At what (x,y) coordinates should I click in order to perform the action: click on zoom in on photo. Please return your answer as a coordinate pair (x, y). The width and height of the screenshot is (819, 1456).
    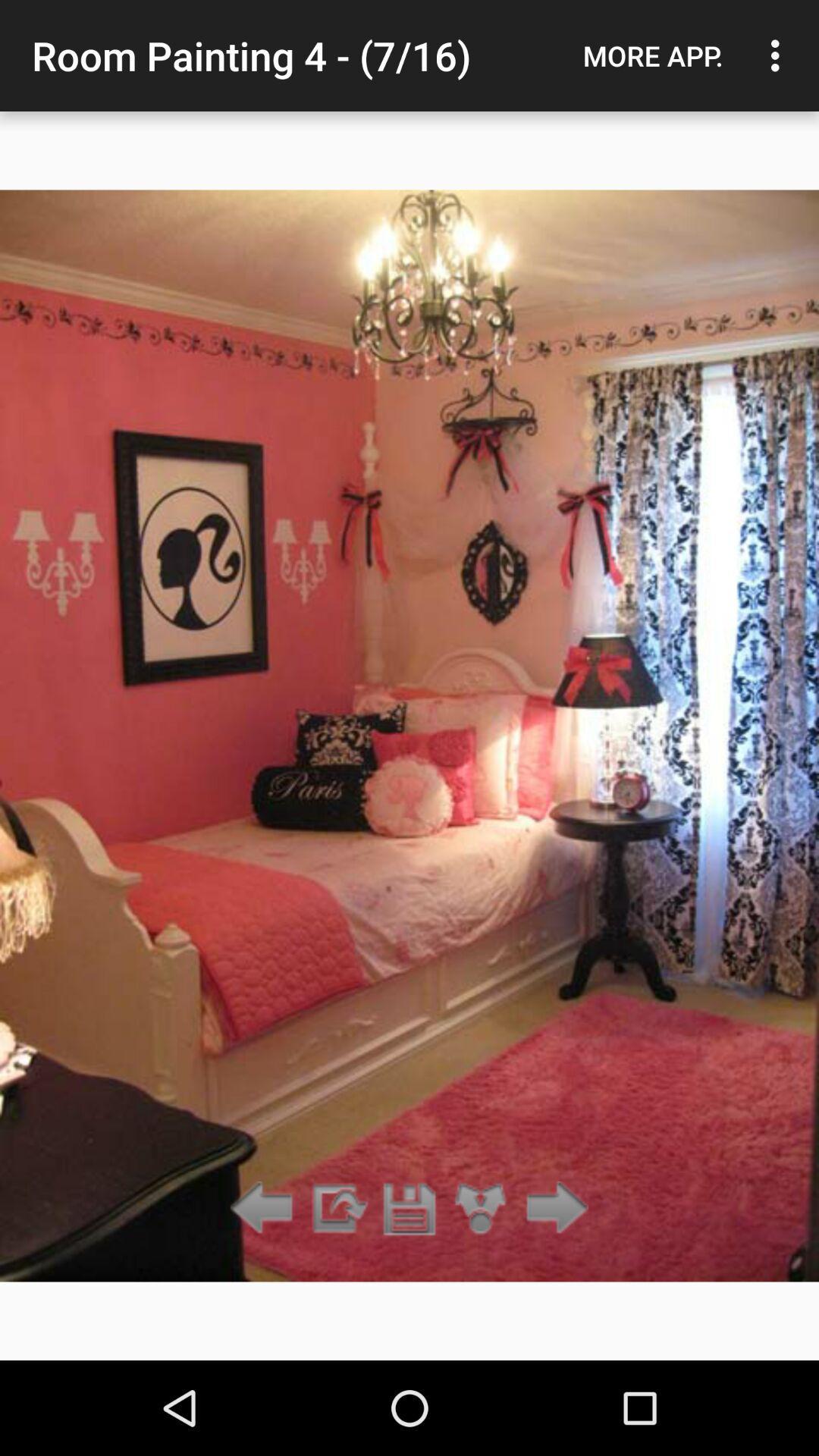
    Looking at the image, I should click on (481, 1208).